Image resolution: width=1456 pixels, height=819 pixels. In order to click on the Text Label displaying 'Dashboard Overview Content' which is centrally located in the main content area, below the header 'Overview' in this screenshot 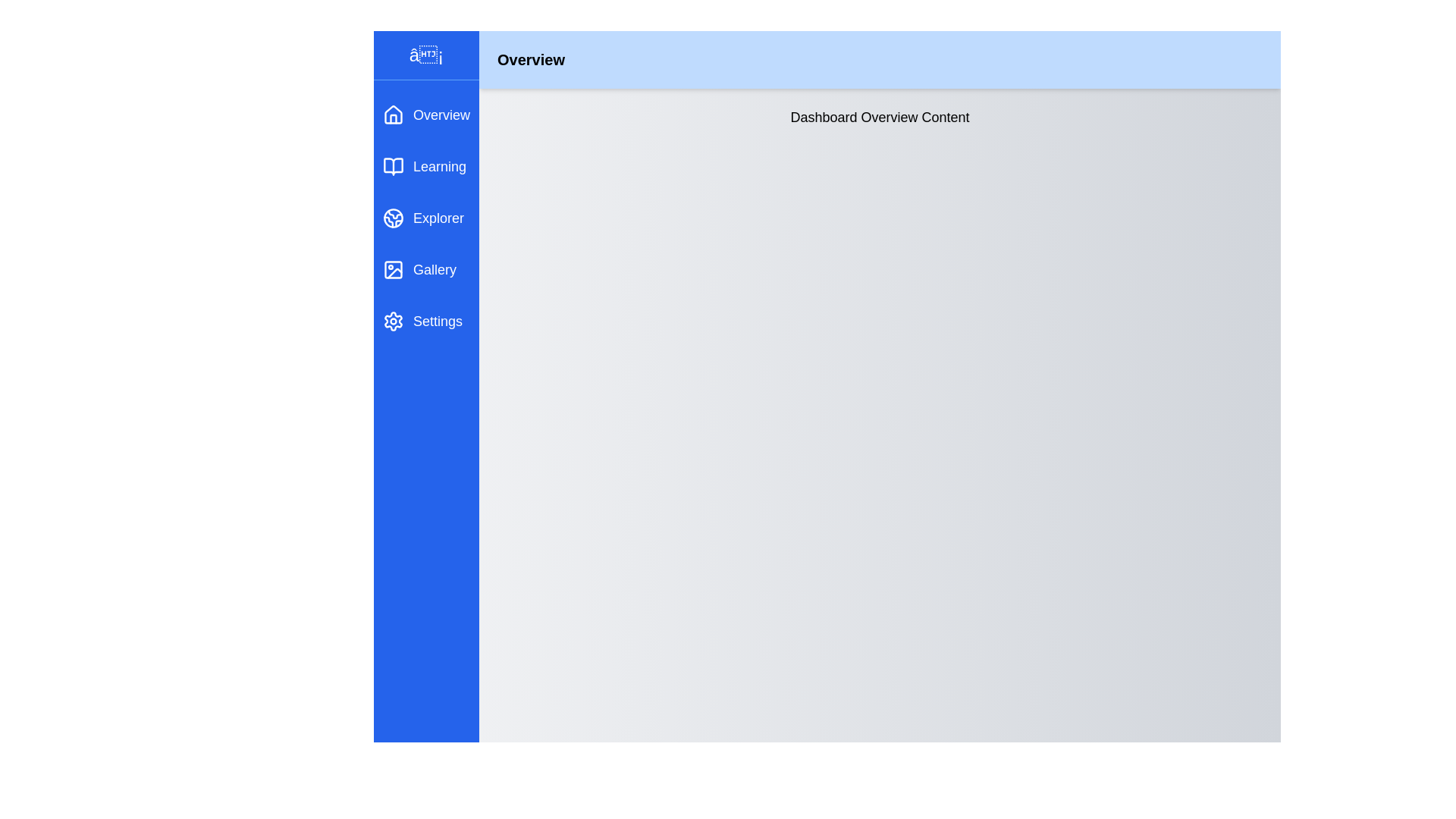, I will do `click(880, 116)`.